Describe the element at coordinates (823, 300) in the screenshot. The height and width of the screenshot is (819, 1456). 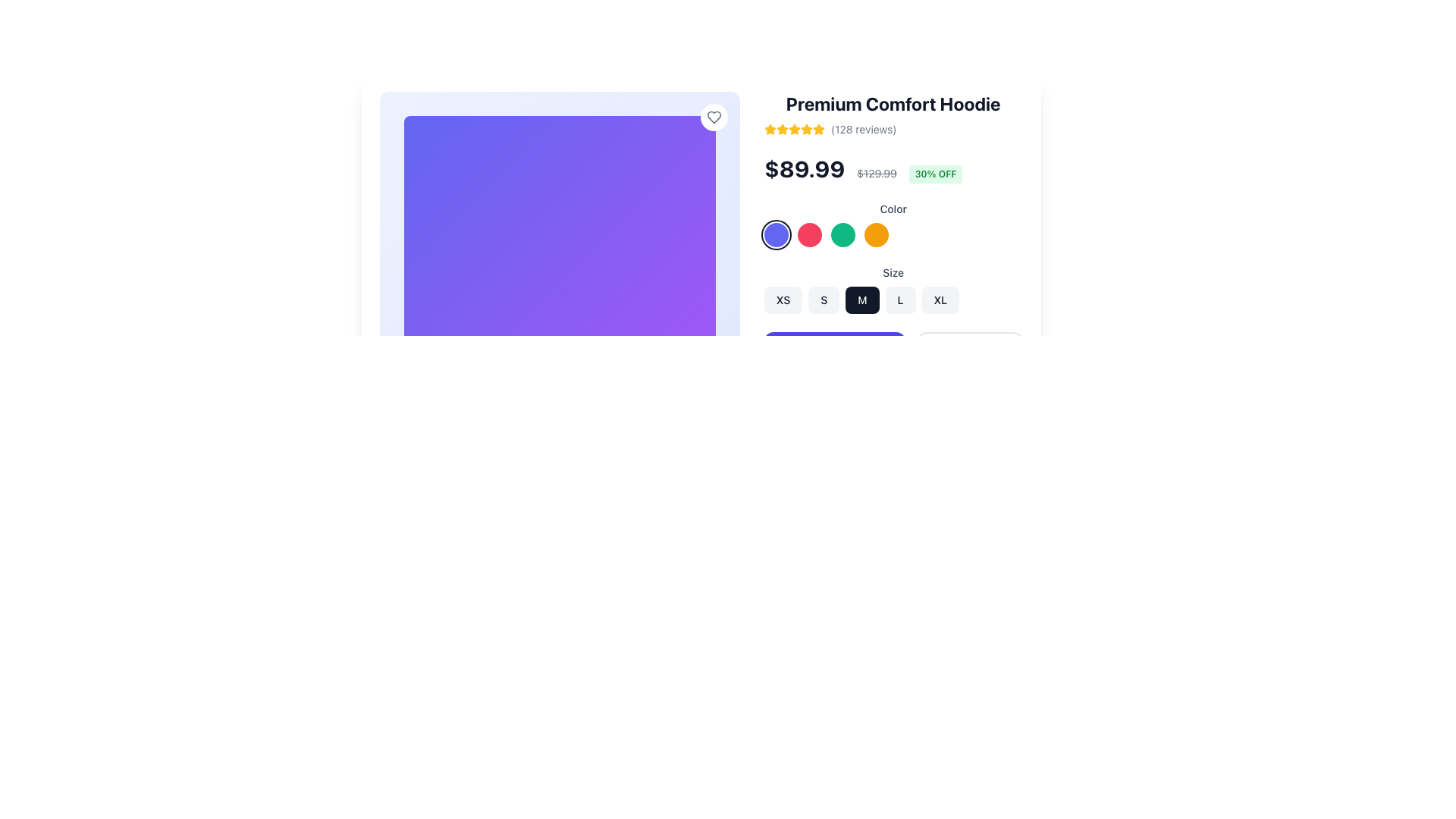
I see `the 'S' size selection button, which is the second button in a series of size buttons (XS, S, M, L, XL) located beneath the 'Size' label` at that location.